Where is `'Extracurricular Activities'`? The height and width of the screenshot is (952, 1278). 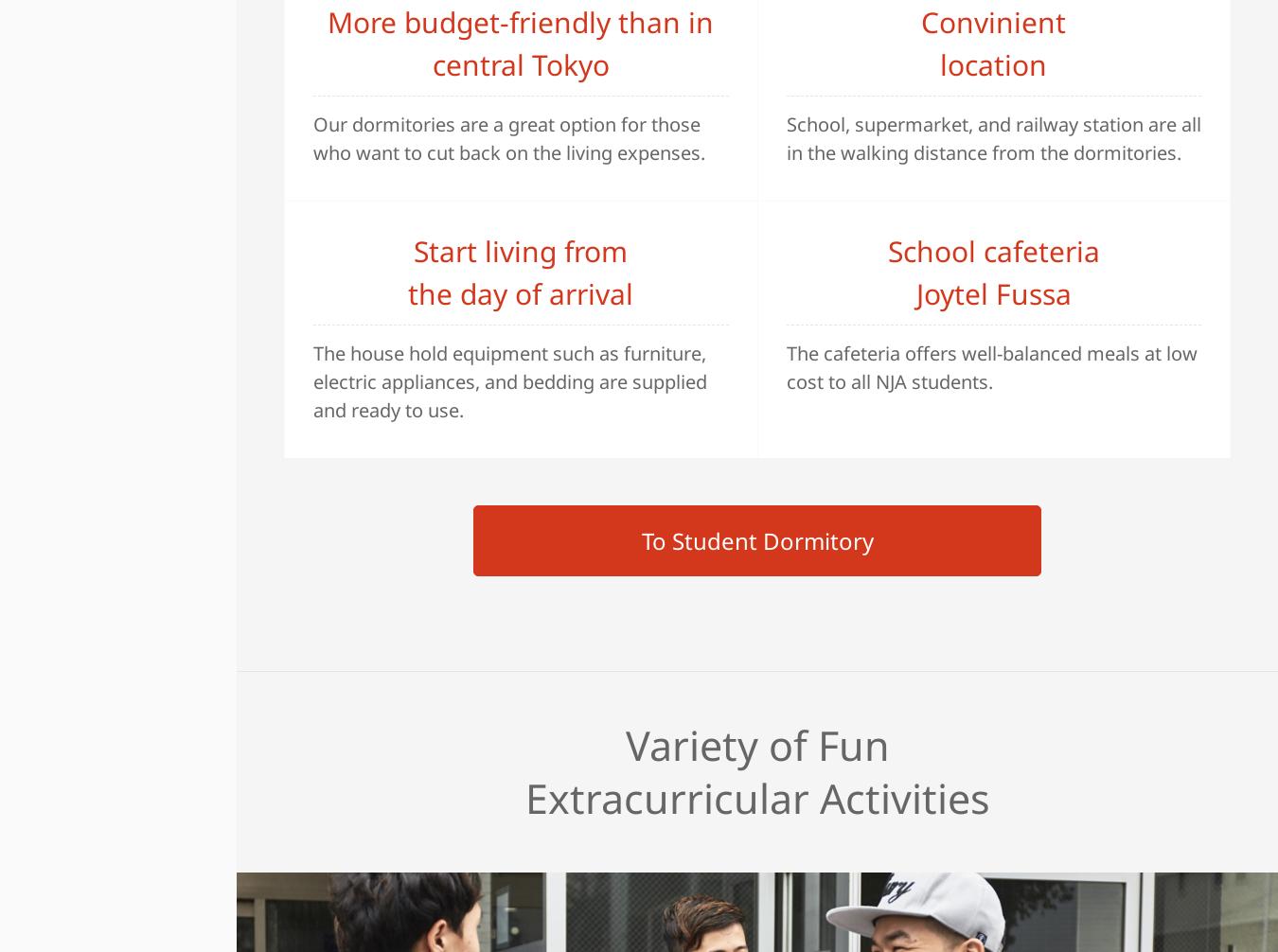
'Extracurricular Activities' is located at coordinates (756, 796).